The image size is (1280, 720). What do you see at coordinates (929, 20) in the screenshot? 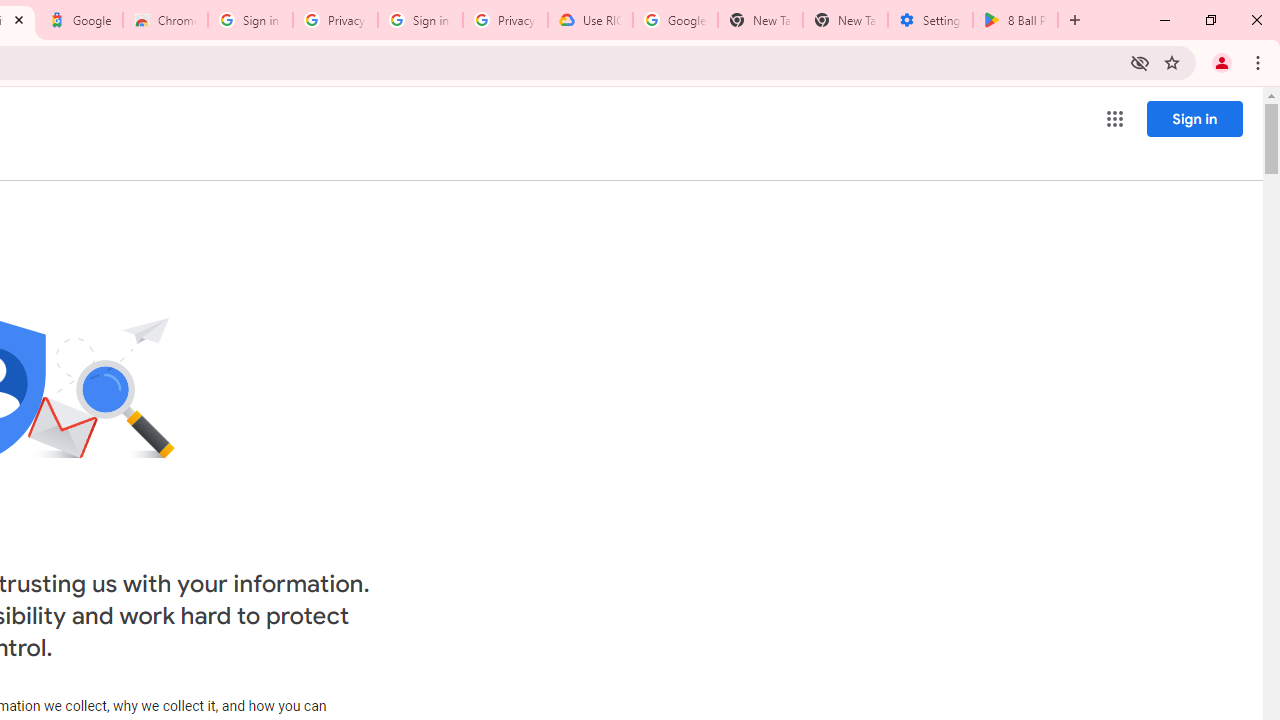
I see `'Settings - System'` at bounding box center [929, 20].